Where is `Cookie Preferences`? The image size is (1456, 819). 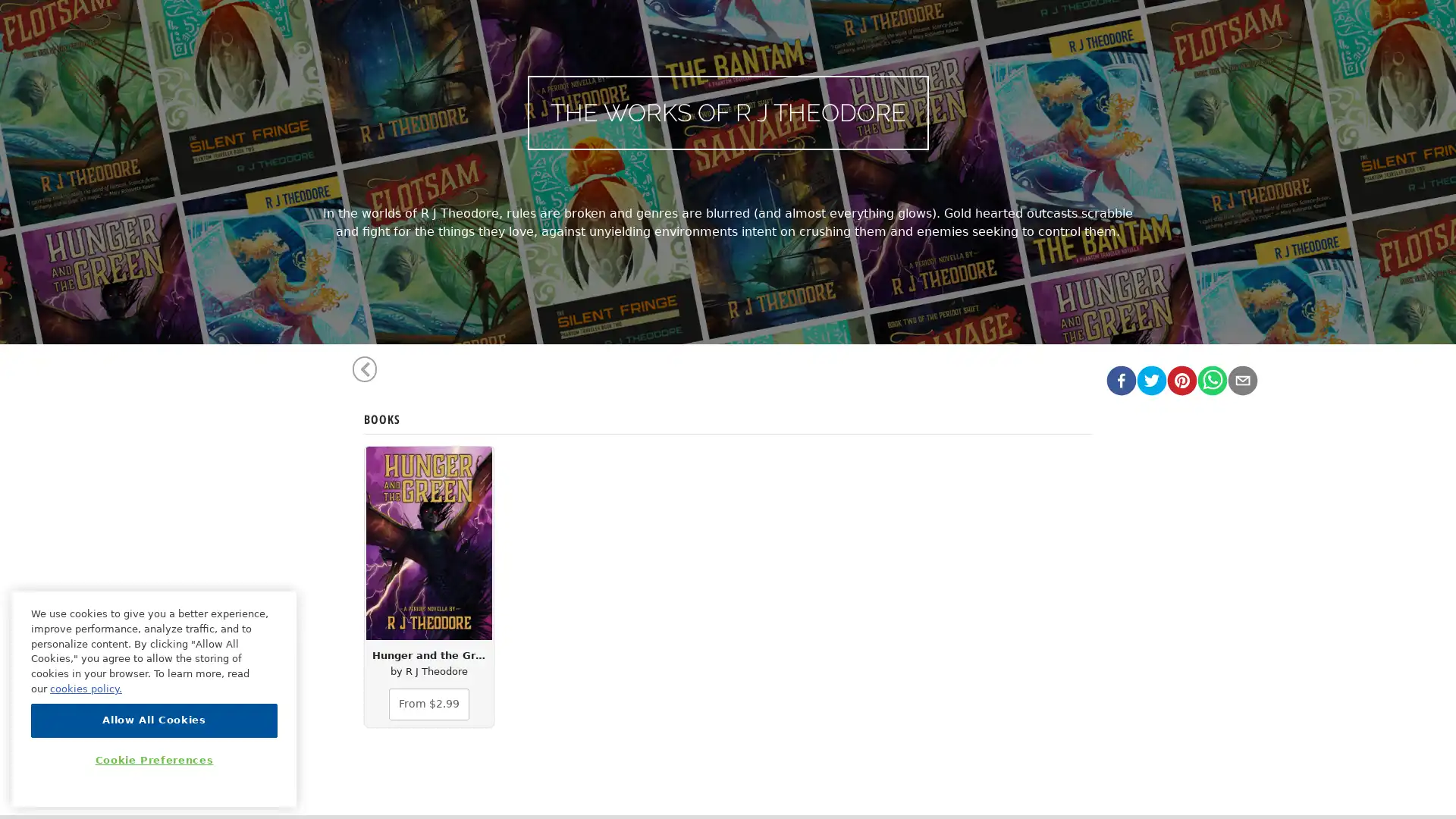 Cookie Preferences is located at coordinates (154, 760).